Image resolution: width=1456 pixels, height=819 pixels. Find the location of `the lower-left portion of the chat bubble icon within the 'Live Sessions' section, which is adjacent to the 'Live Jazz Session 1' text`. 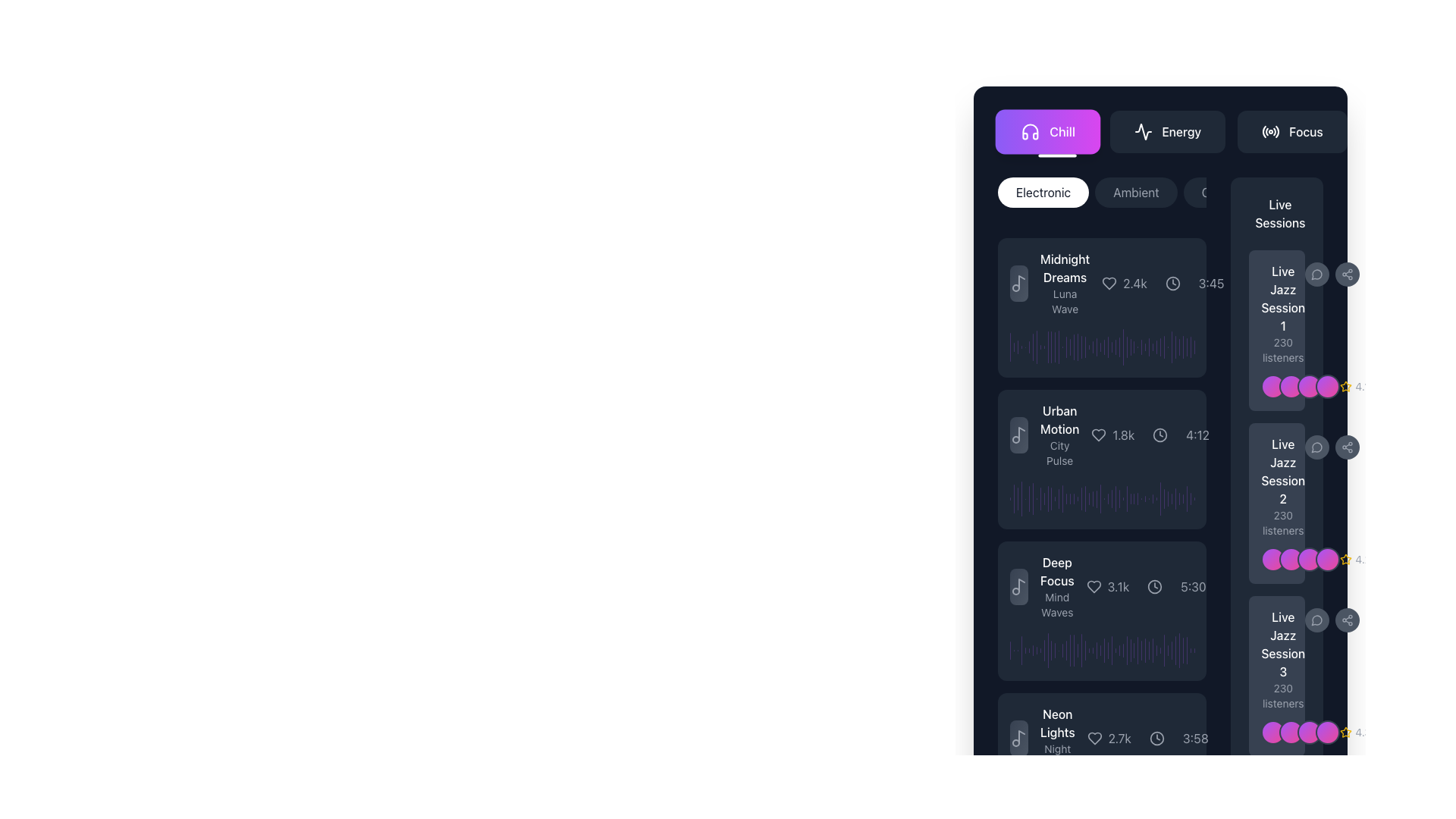

the lower-left portion of the chat bubble icon within the 'Live Sessions' section, which is adjacent to the 'Live Jazz Session 1' text is located at coordinates (1316, 275).